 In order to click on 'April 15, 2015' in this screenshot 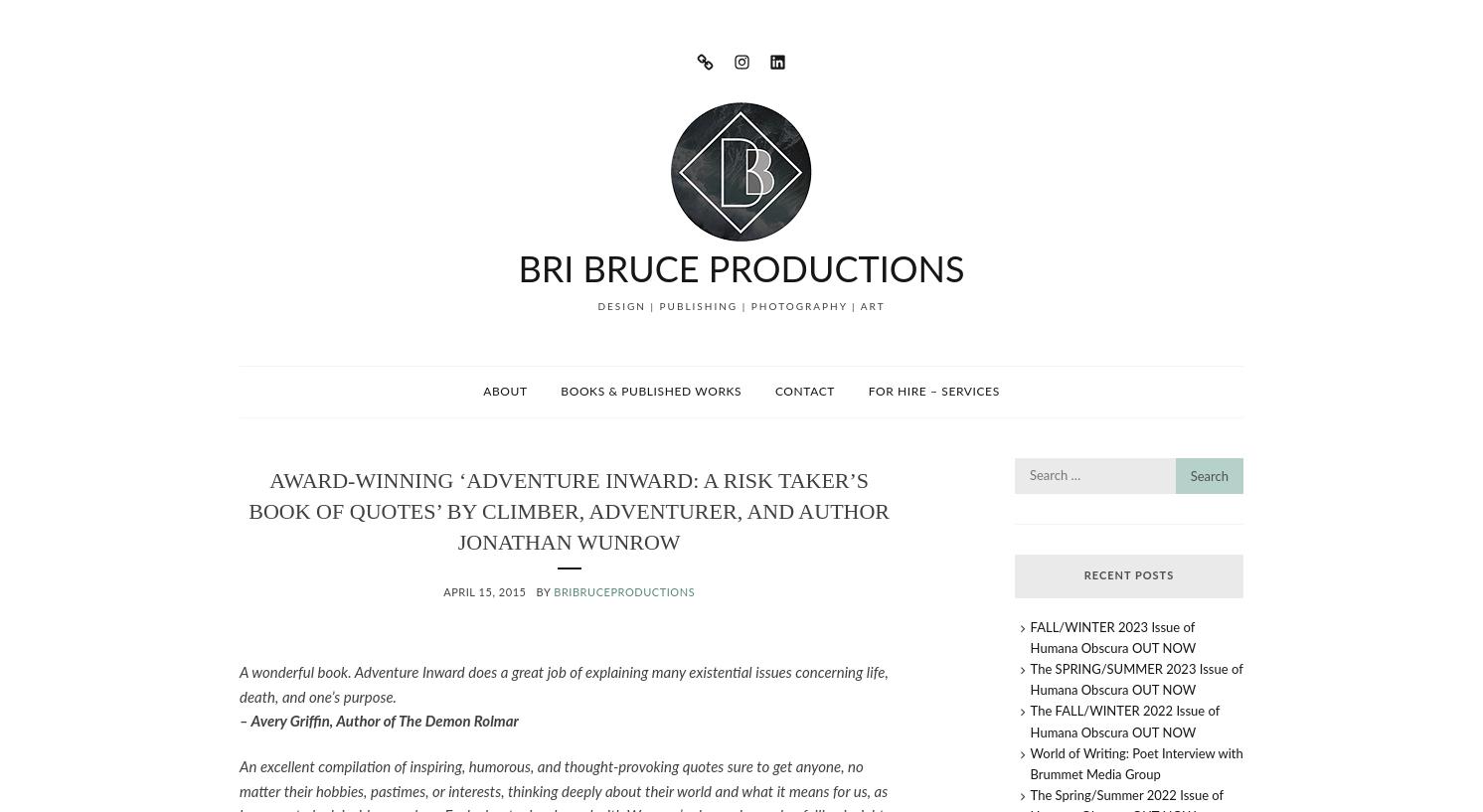, I will do `click(441, 592)`.